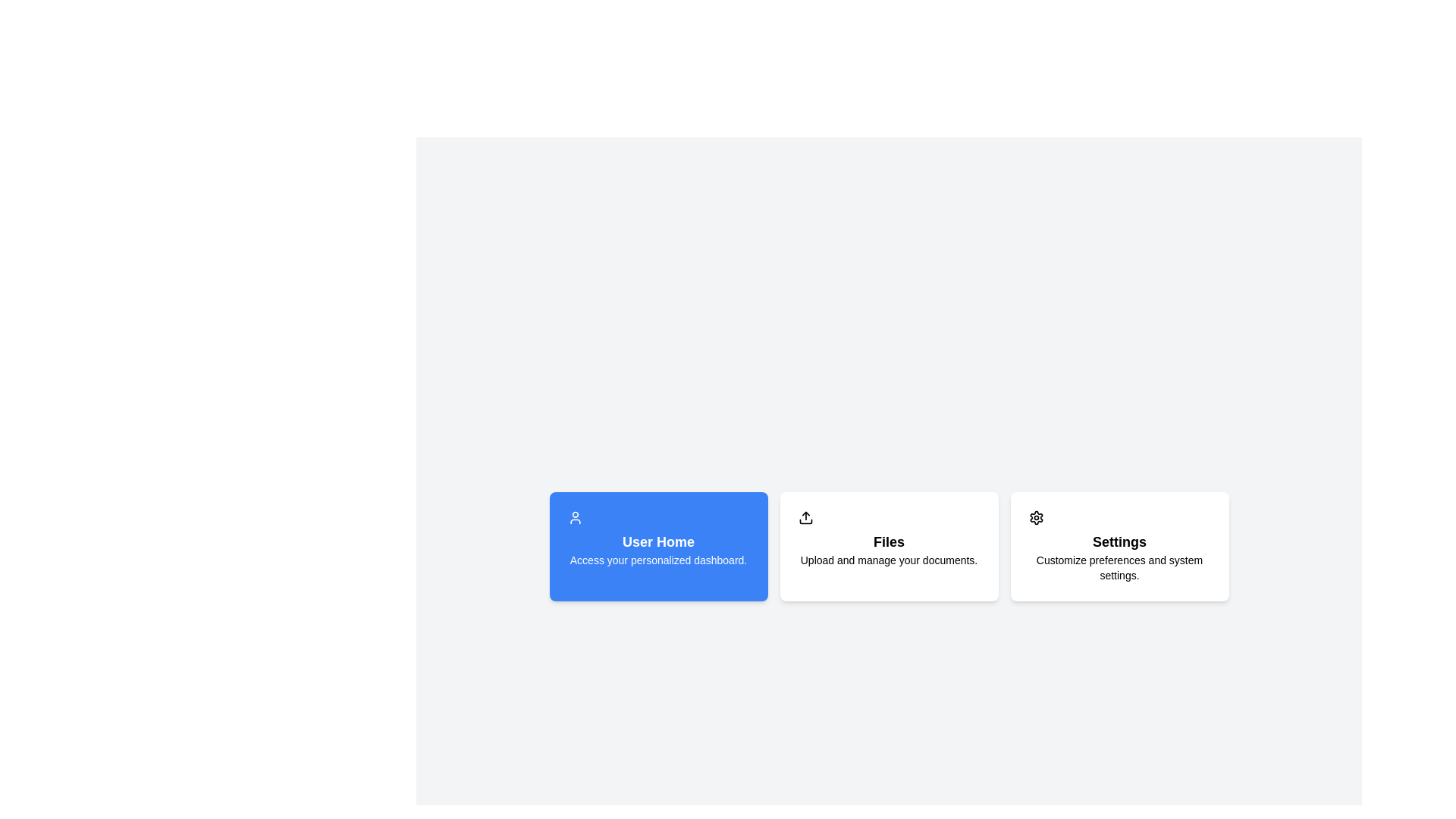  I want to click on the third card in the row that serves as a navigational link, so click(1119, 547).